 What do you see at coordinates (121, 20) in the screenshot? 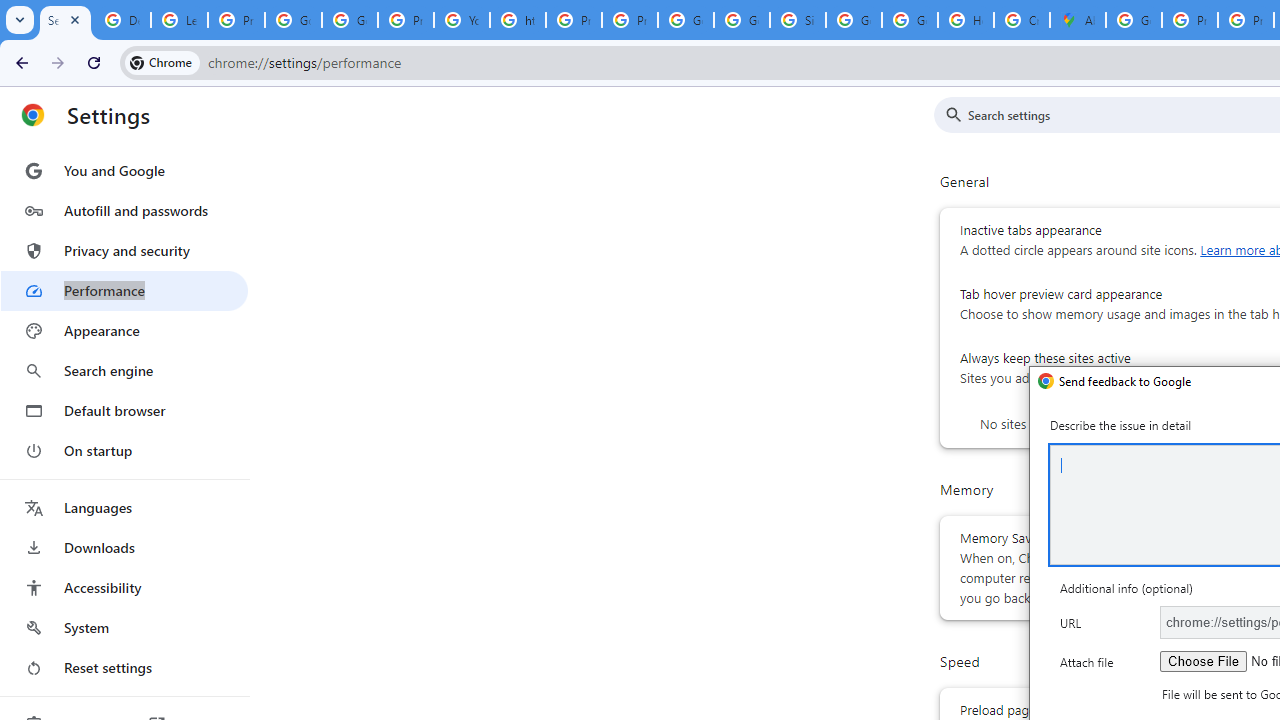
I see `'Delete photos & videos - Computer - Google Photos Help'` at bounding box center [121, 20].